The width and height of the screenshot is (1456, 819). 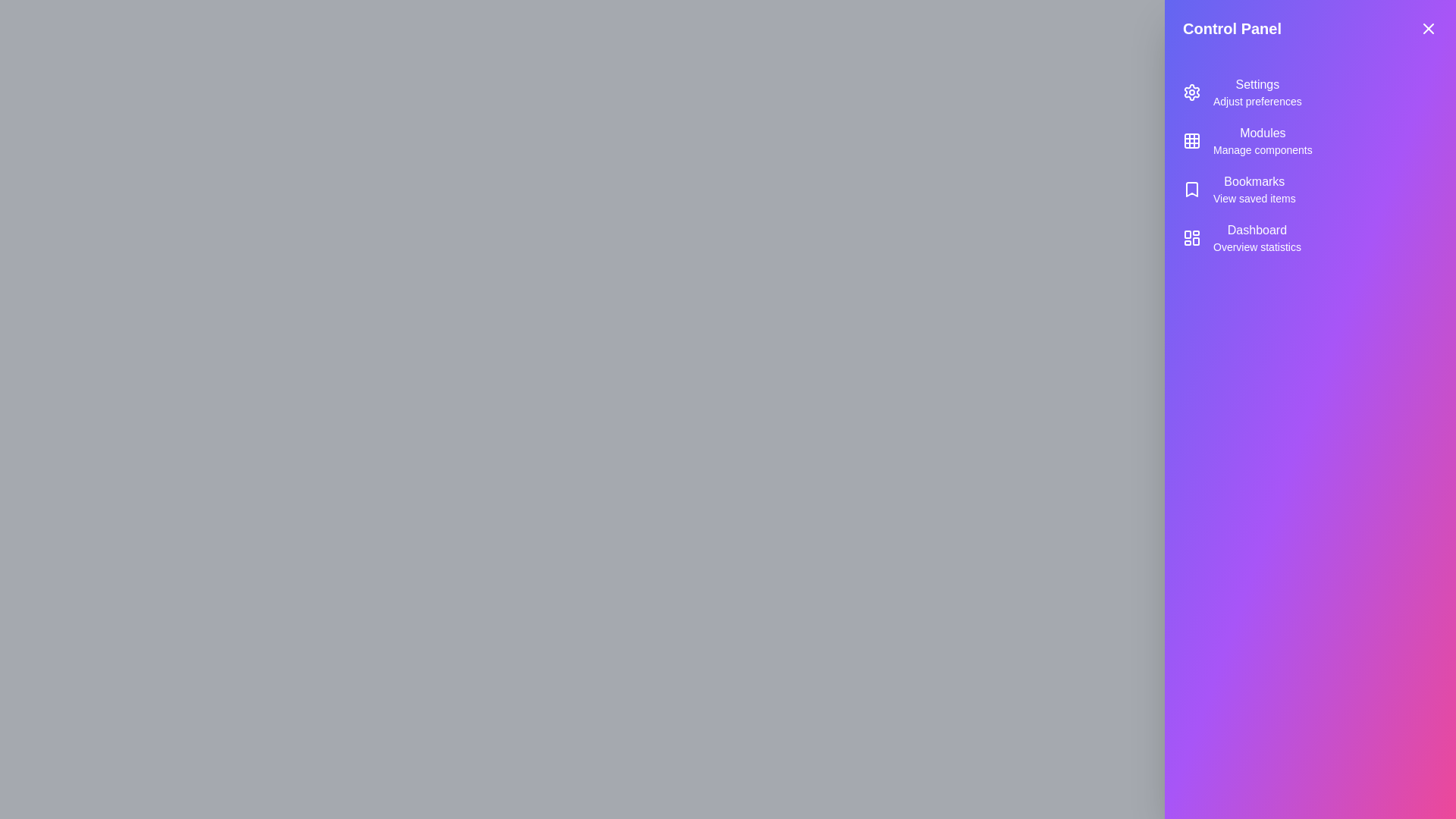 What do you see at coordinates (1254, 198) in the screenshot?
I see `the supplementary Text Label below the 'Bookmarks' menu item in the Control Panel to trigger additional effects` at bounding box center [1254, 198].